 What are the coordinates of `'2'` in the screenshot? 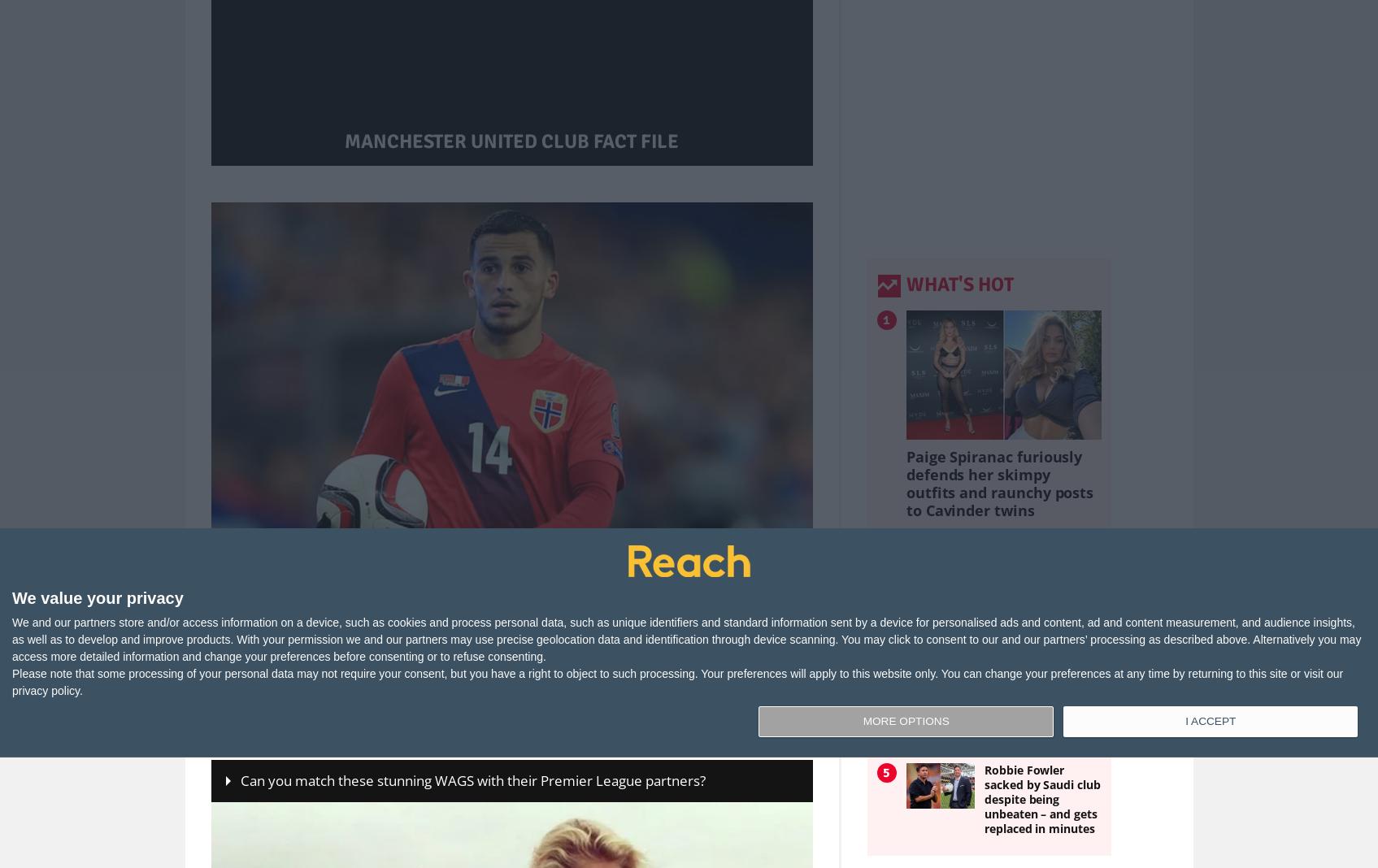 It's located at (886, 538).